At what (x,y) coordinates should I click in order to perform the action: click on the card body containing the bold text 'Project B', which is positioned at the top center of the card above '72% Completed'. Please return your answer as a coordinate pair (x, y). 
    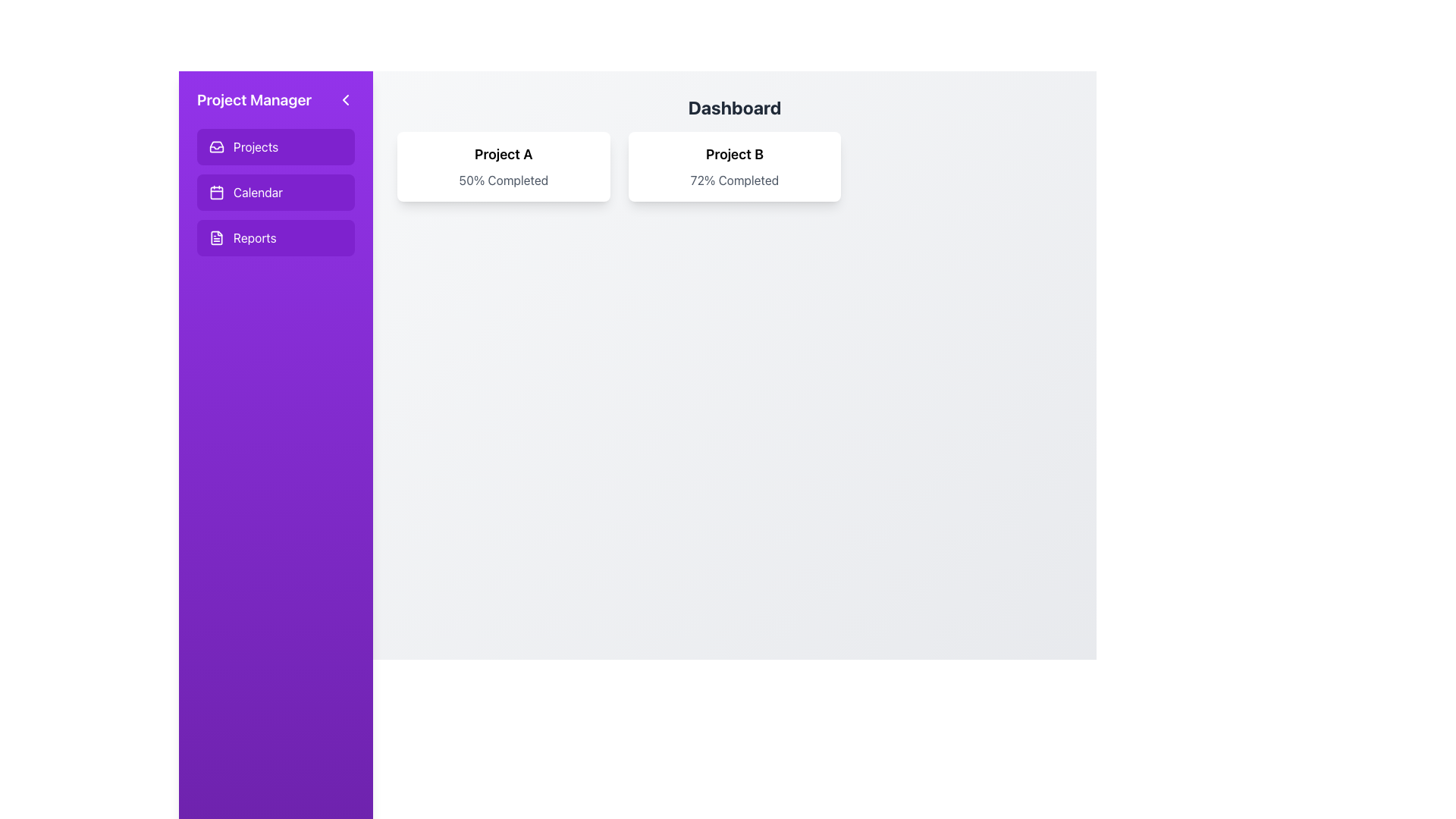
    Looking at the image, I should click on (735, 155).